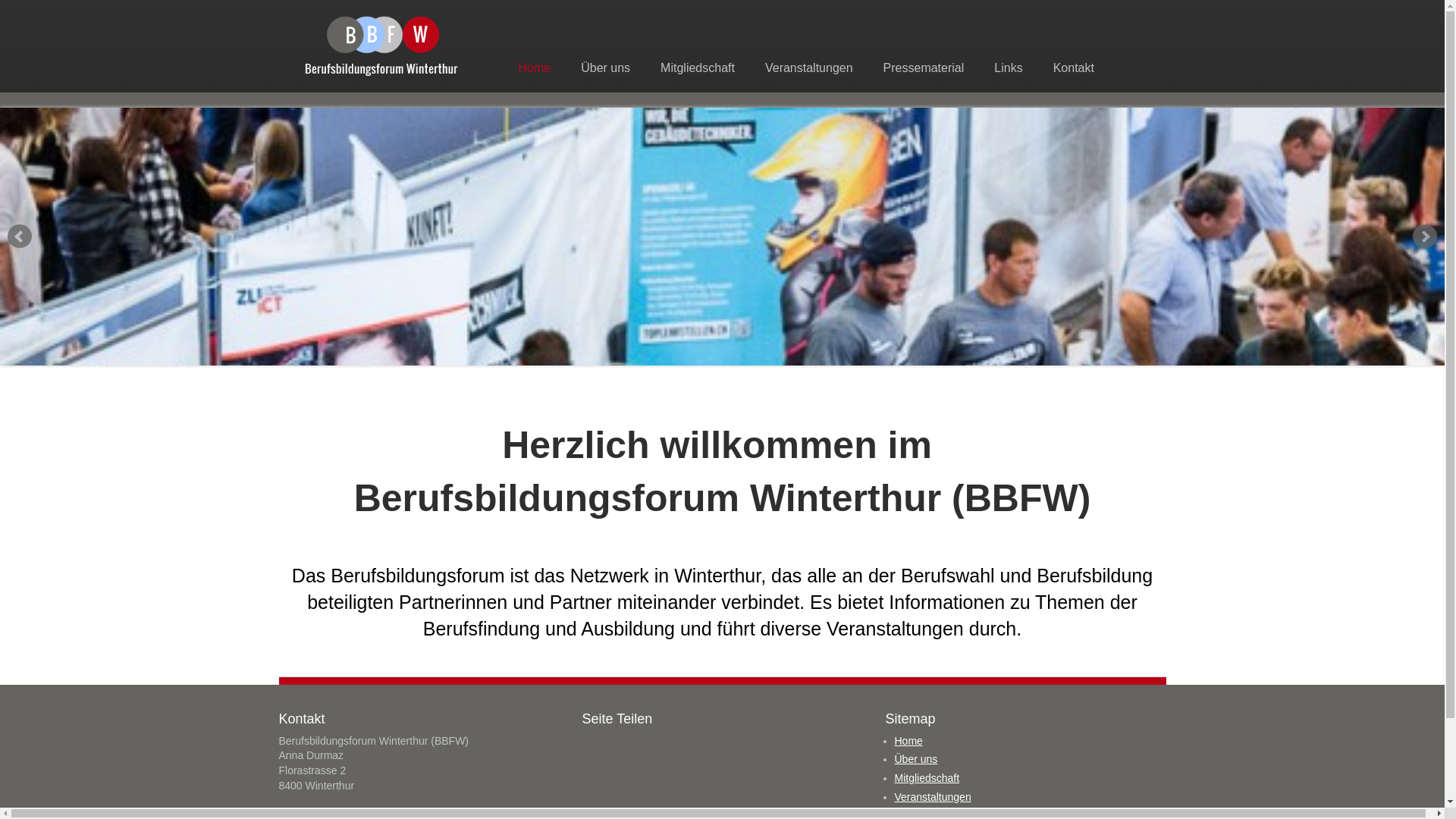  I want to click on 'Mitgliedschaft', so click(697, 67).